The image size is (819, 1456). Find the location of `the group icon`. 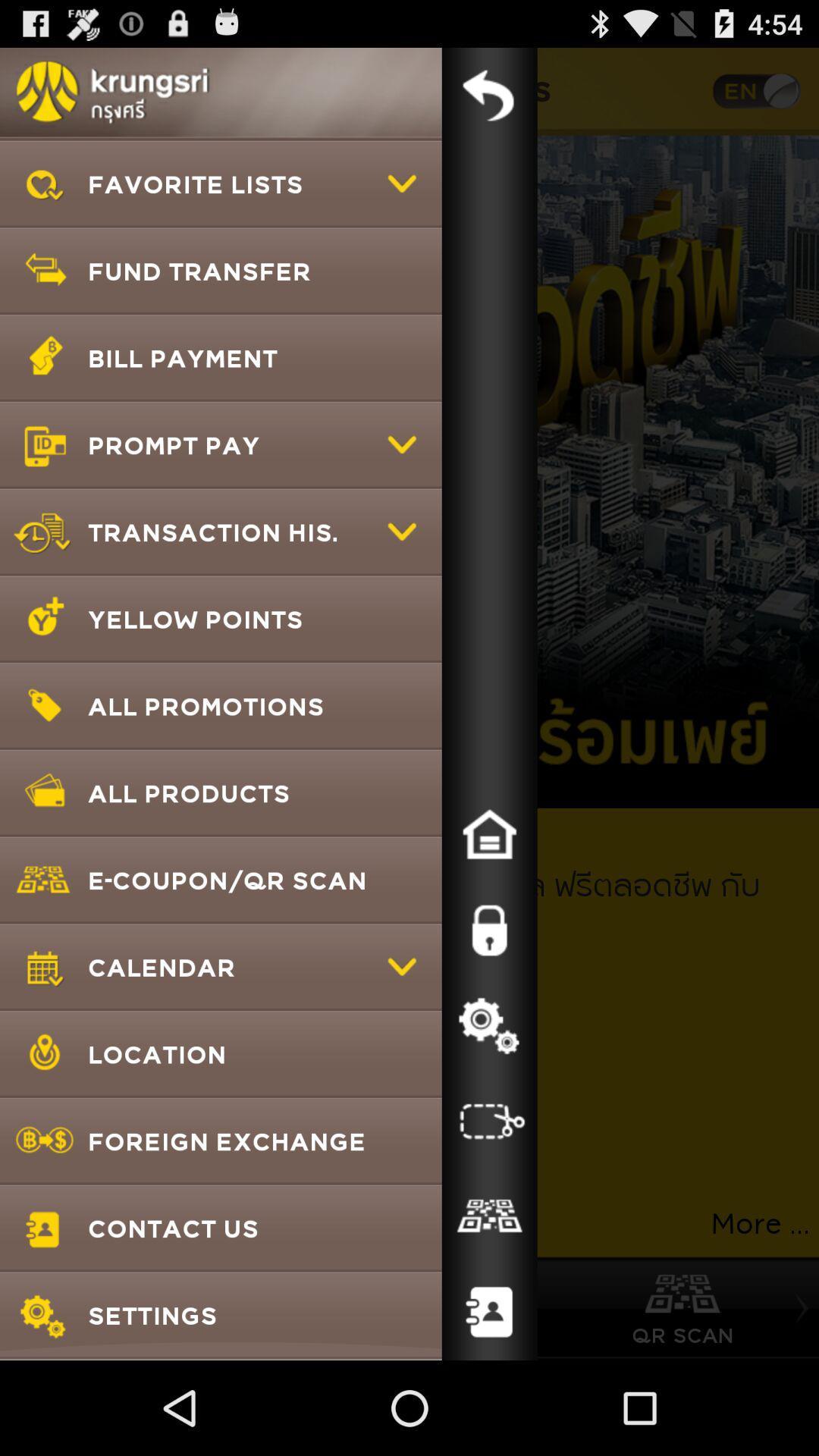

the group icon is located at coordinates (489, 1301).